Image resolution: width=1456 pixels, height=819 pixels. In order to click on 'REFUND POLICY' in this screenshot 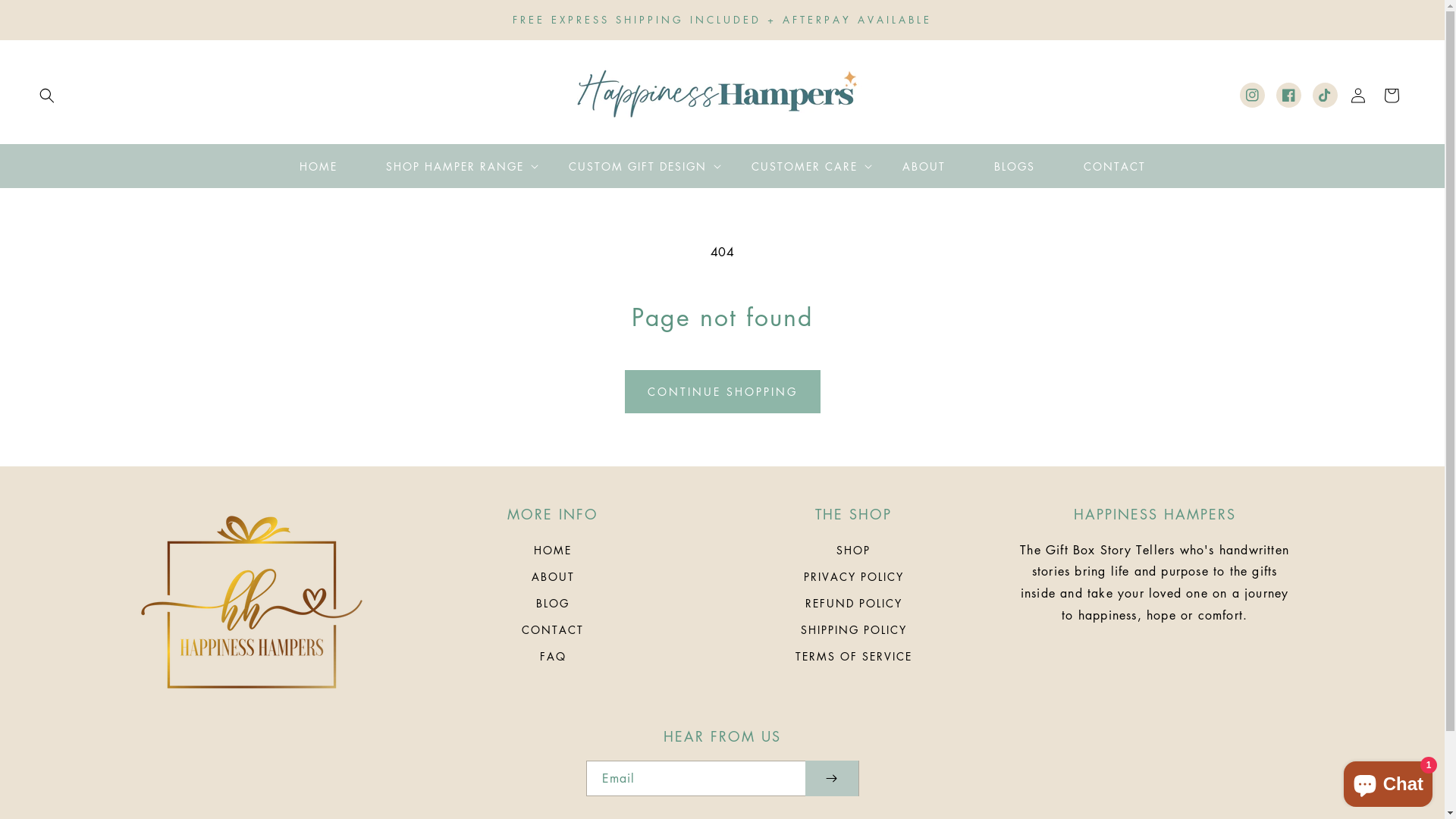, I will do `click(854, 602)`.